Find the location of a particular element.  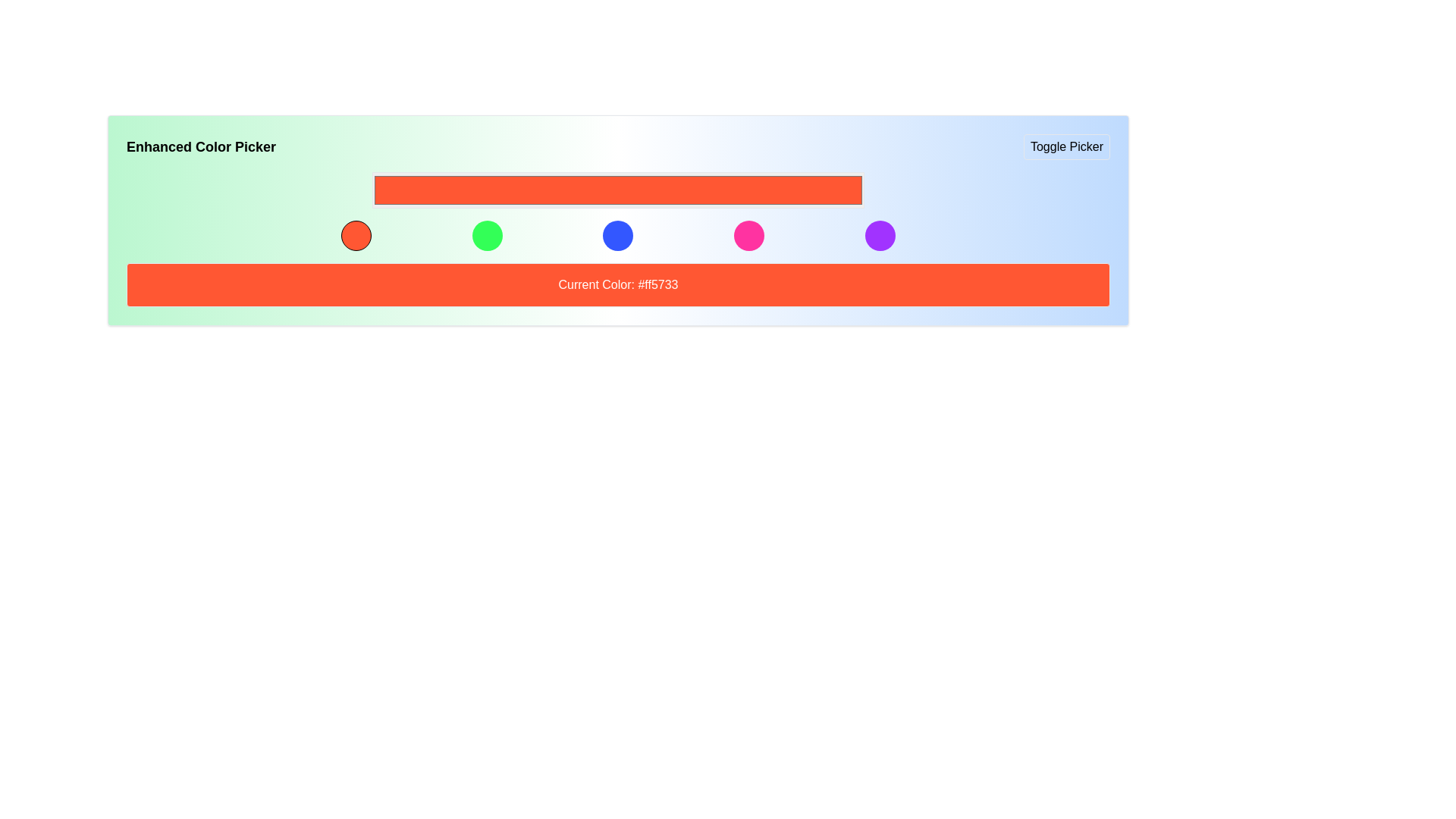

the Color Picker Input, which is a rectangular box with an orange fill located above five circular color indicators is located at coordinates (618, 189).